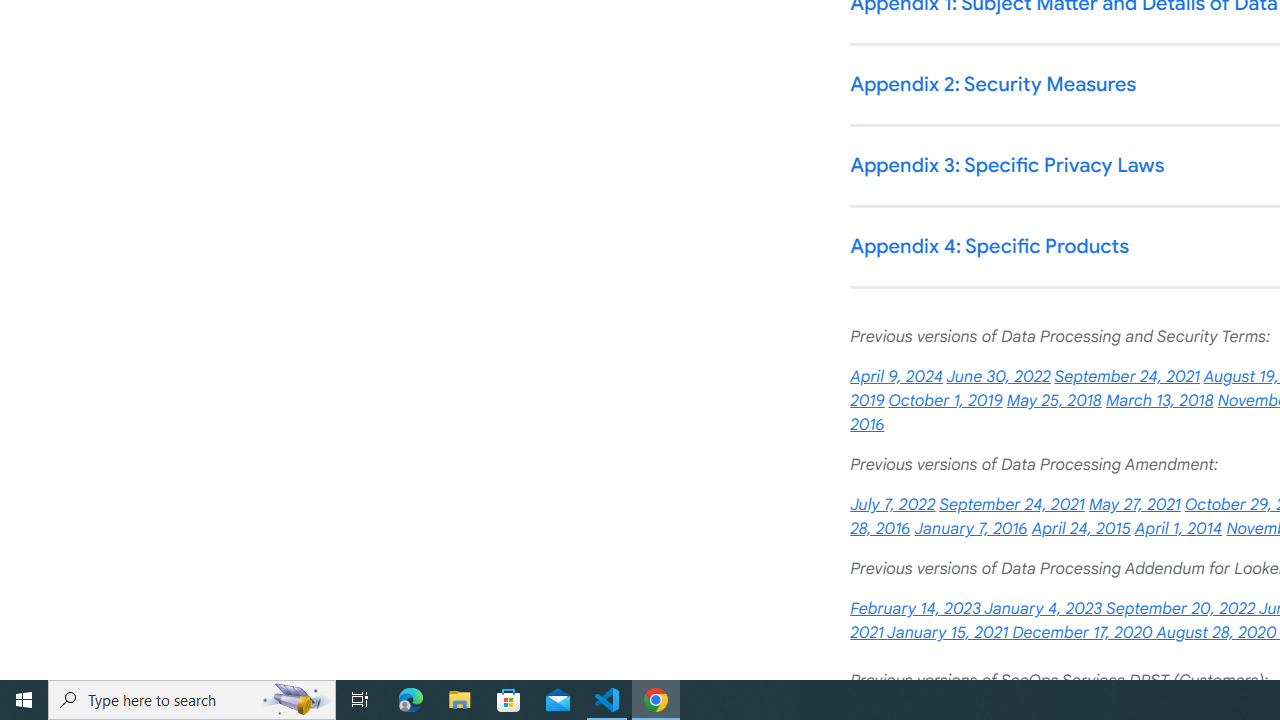 The width and height of the screenshot is (1280, 720). Describe the element at coordinates (1079, 528) in the screenshot. I see `'April 24, 2015'` at that location.